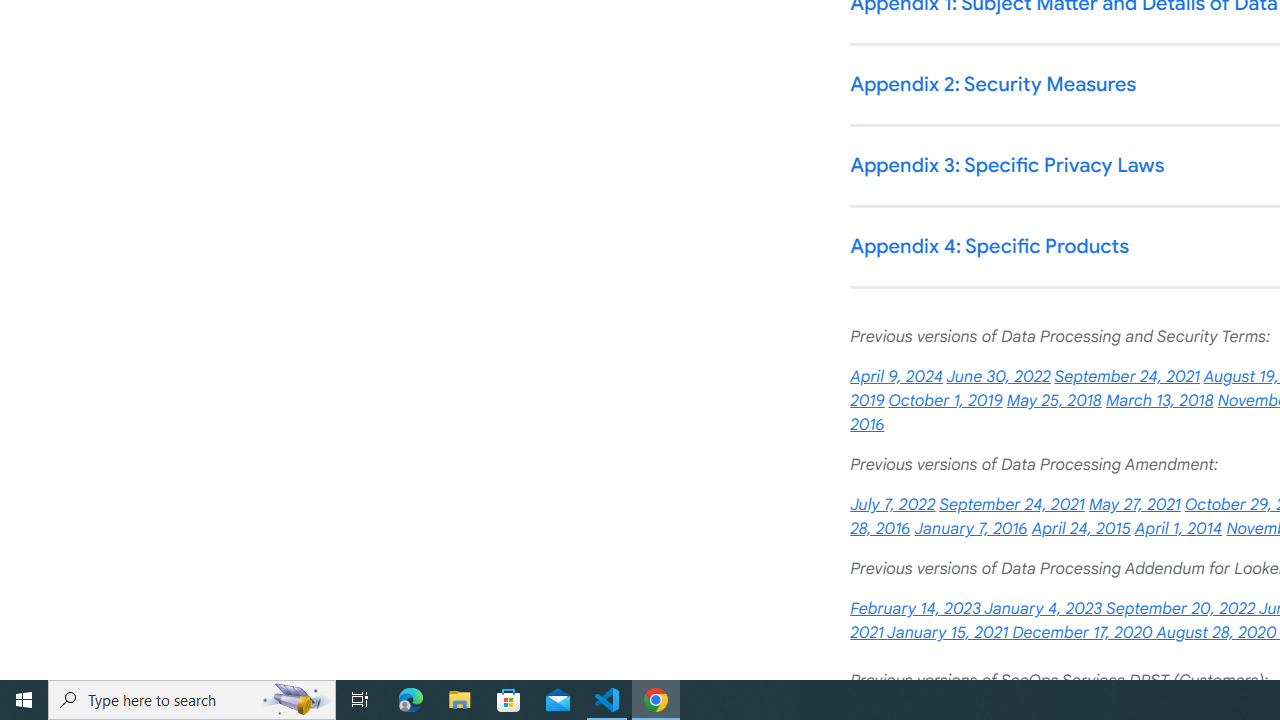 The width and height of the screenshot is (1280, 720). Describe the element at coordinates (1079, 528) in the screenshot. I see `'April 24, 2015'` at that location.